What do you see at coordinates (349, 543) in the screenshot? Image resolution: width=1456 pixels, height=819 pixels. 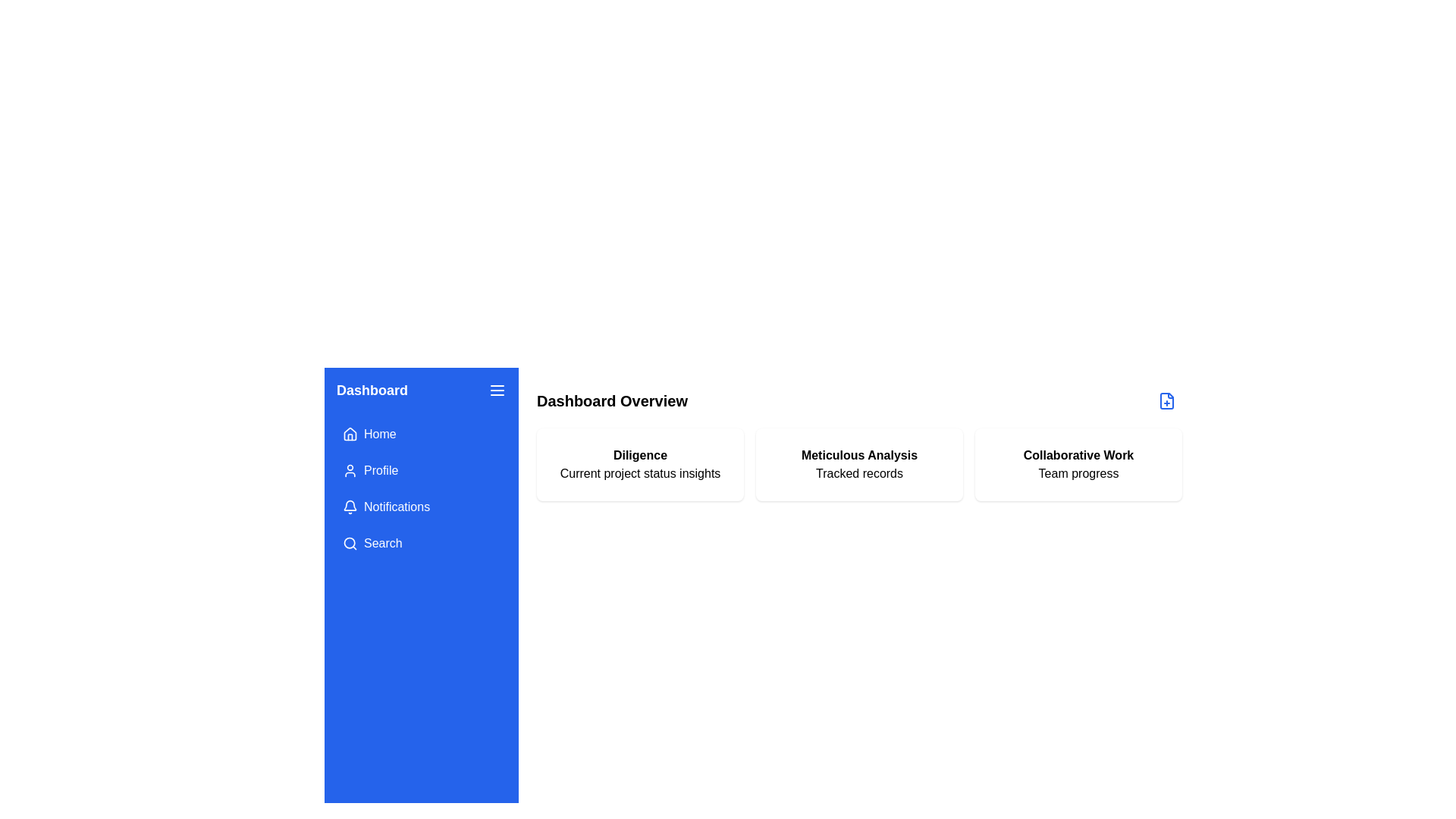 I see `the search icon located to the left of the 'Search' text label in the sidebar menu` at bounding box center [349, 543].